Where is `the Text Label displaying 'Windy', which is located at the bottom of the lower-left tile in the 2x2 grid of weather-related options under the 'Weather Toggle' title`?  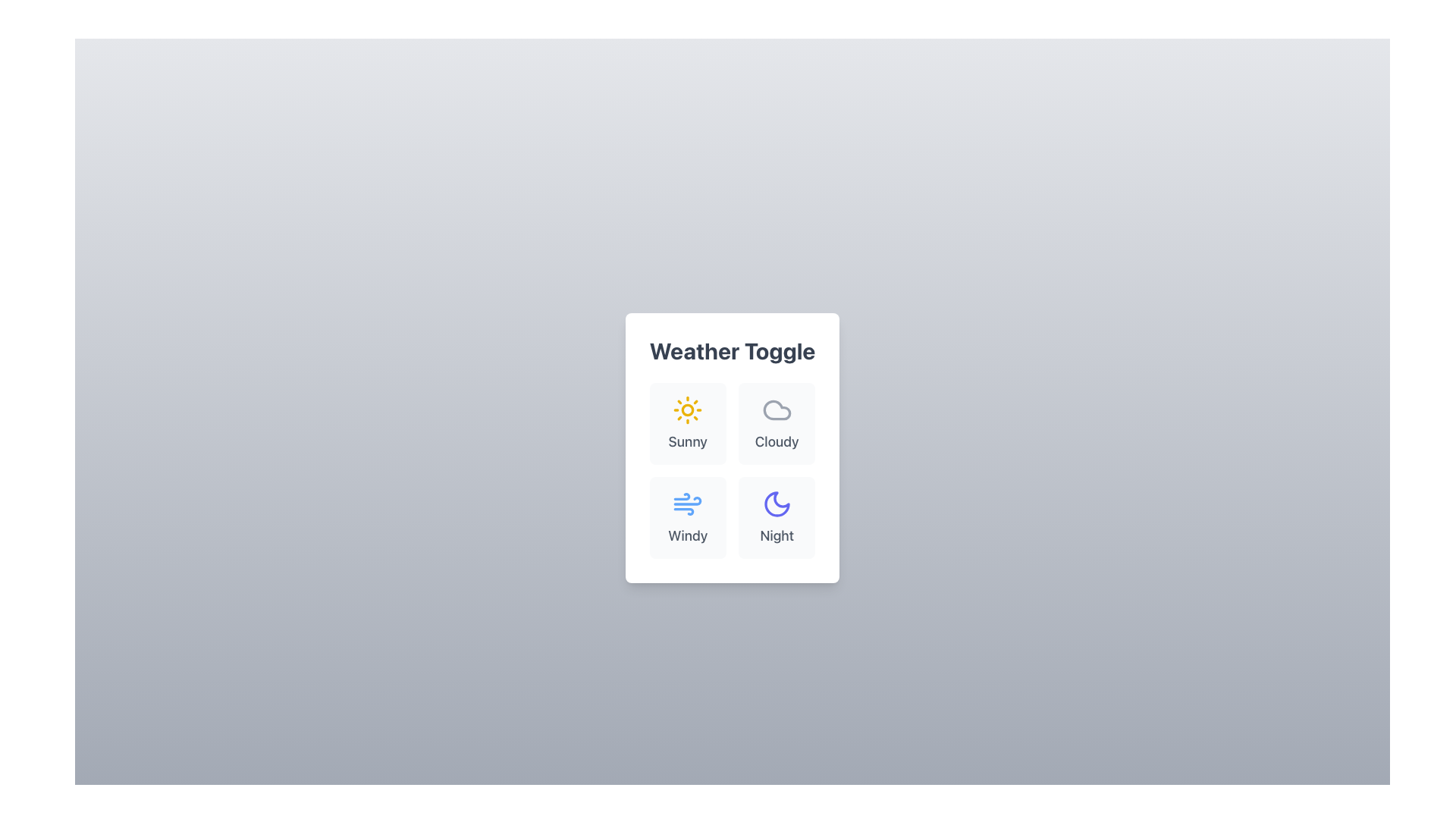 the Text Label displaying 'Windy', which is located at the bottom of the lower-left tile in the 2x2 grid of weather-related options under the 'Weather Toggle' title is located at coordinates (687, 535).